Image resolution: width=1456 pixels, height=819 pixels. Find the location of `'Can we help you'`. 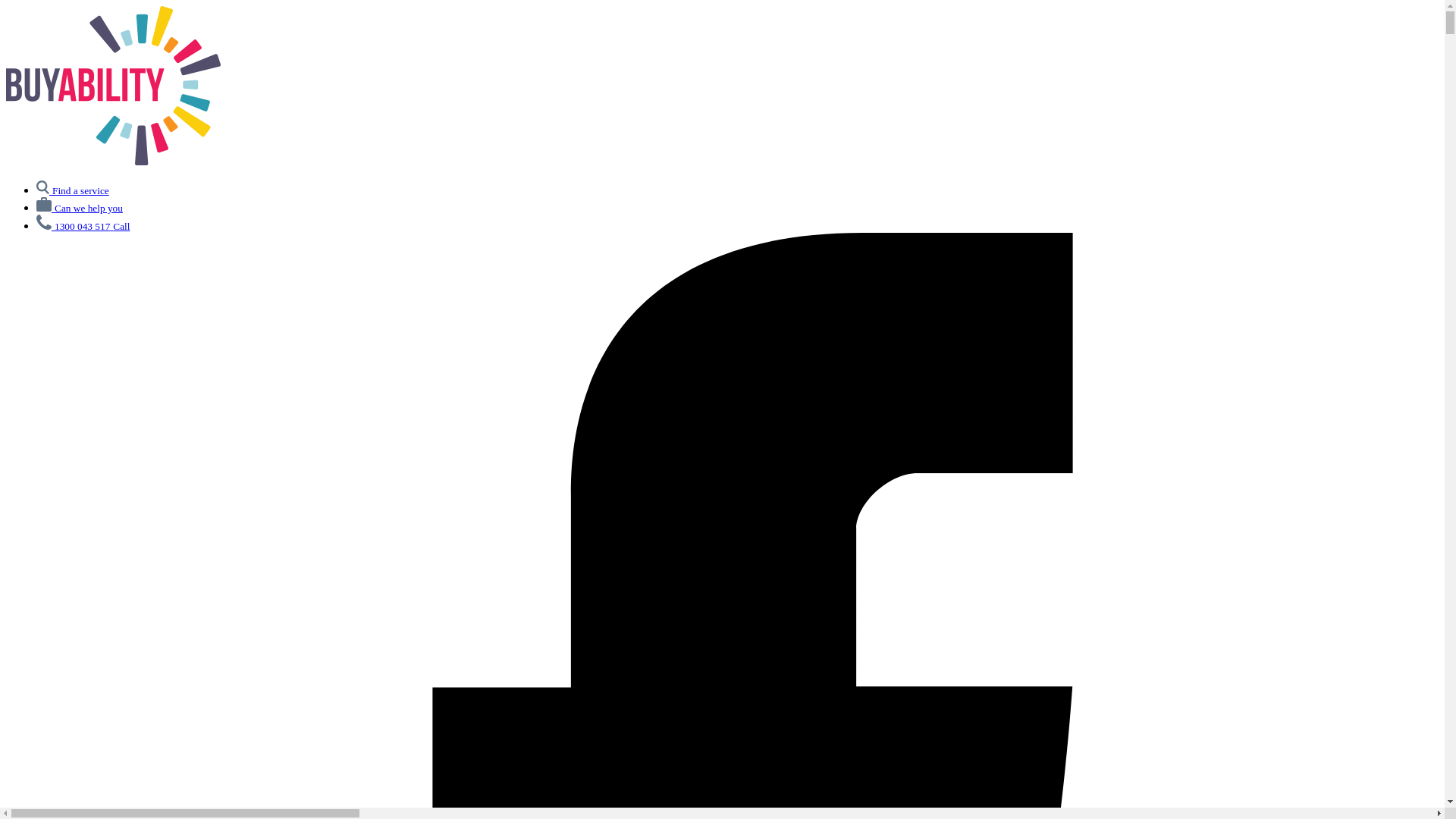

'Can we help you' is located at coordinates (79, 207).